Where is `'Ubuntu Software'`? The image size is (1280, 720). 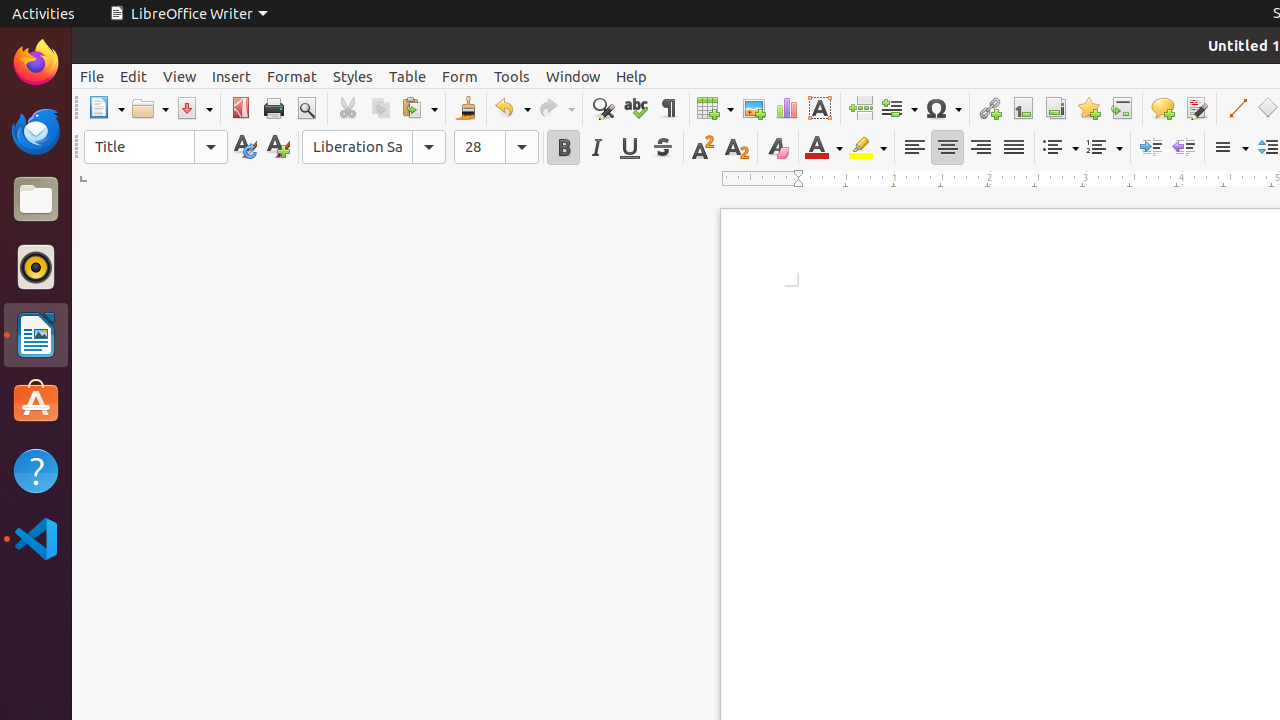 'Ubuntu Software' is located at coordinates (35, 403).